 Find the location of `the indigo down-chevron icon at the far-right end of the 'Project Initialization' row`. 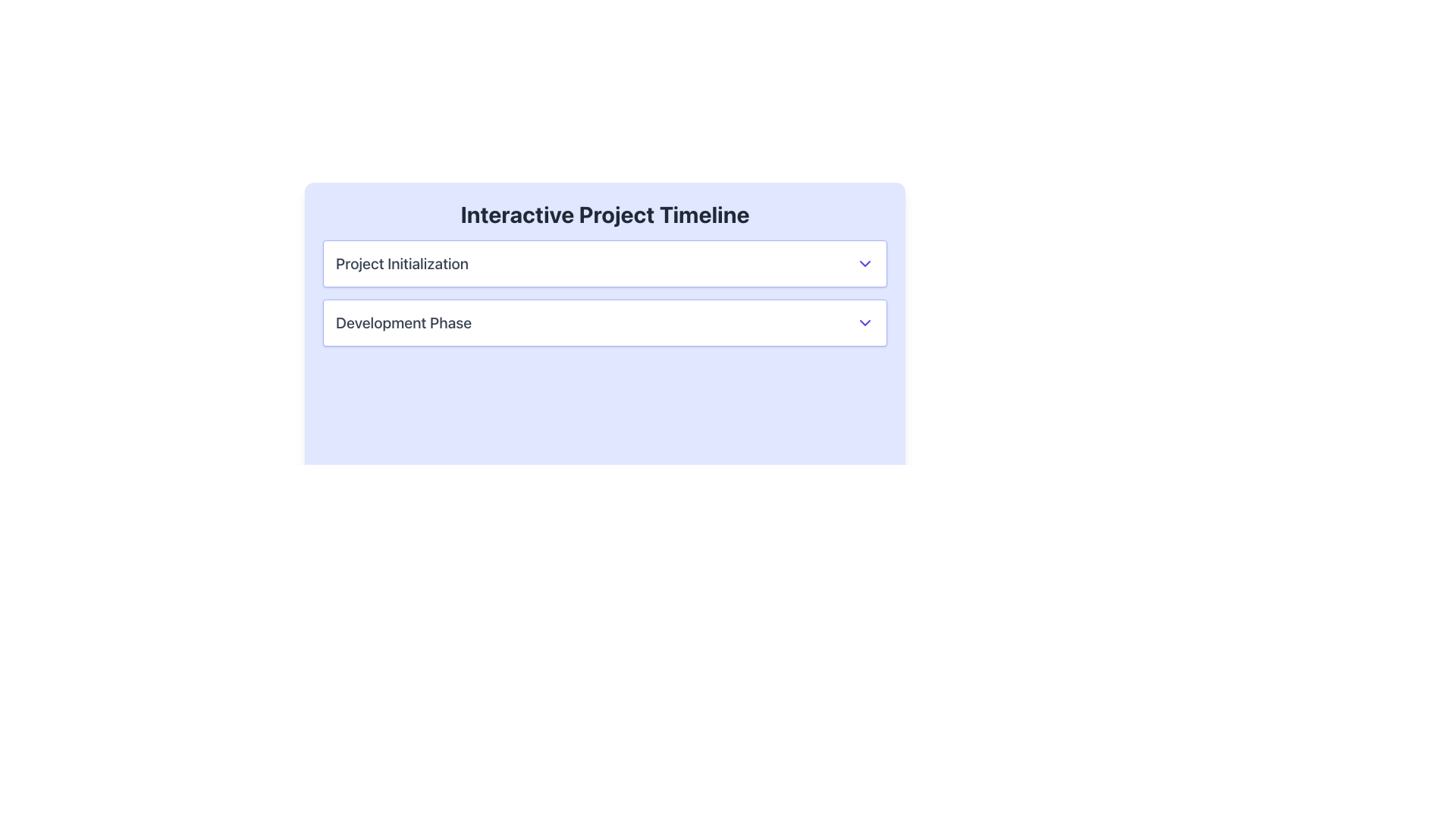

the indigo down-chevron icon at the far-right end of the 'Project Initialization' row is located at coordinates (865, 262).